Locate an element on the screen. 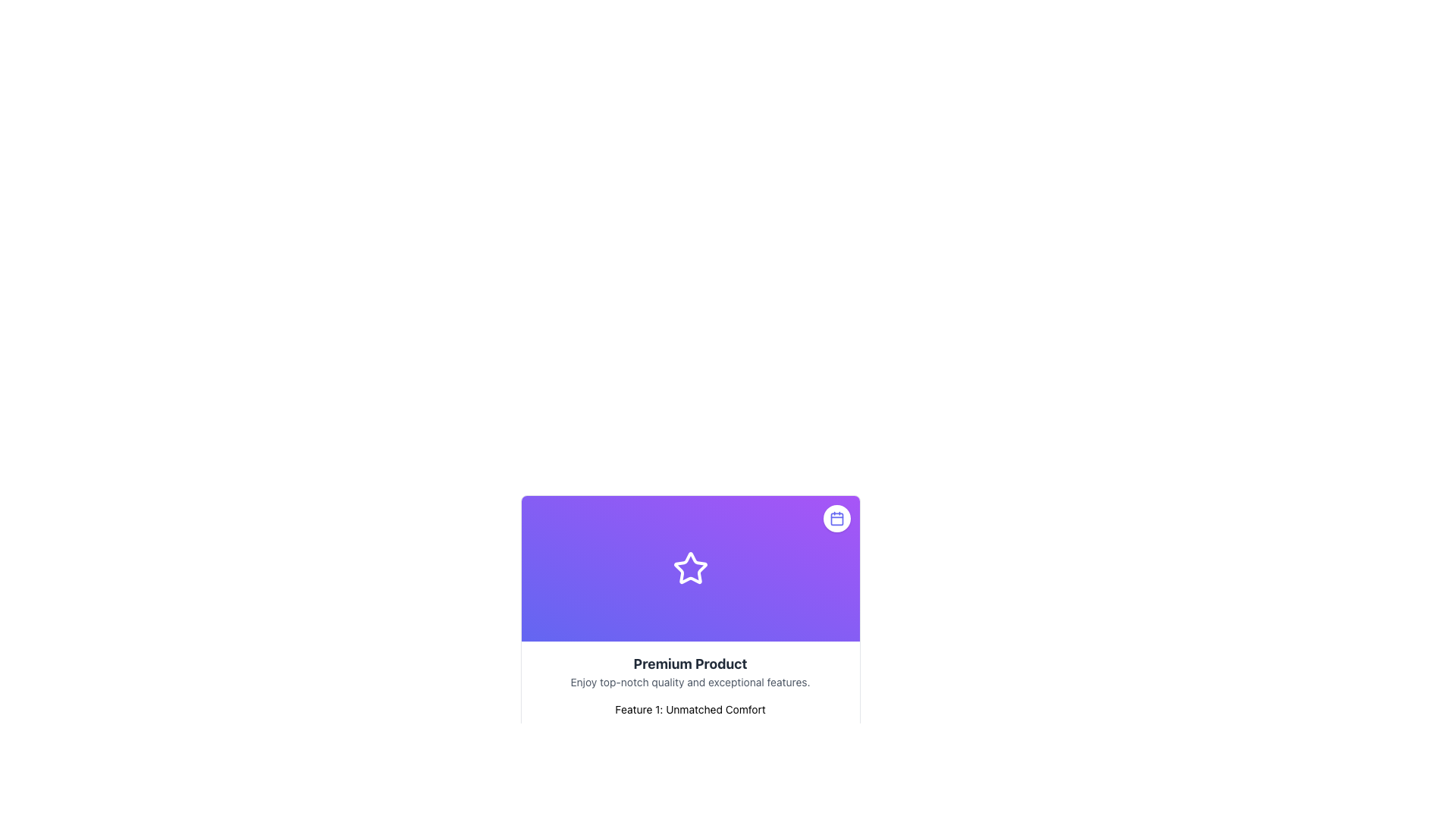  the small rounded rectangle decorative shape located at the center of the calendar icon, which has an indigo hue and is situated at the top-right corner of a purple gradient background card is located at coordinates (836, 518).